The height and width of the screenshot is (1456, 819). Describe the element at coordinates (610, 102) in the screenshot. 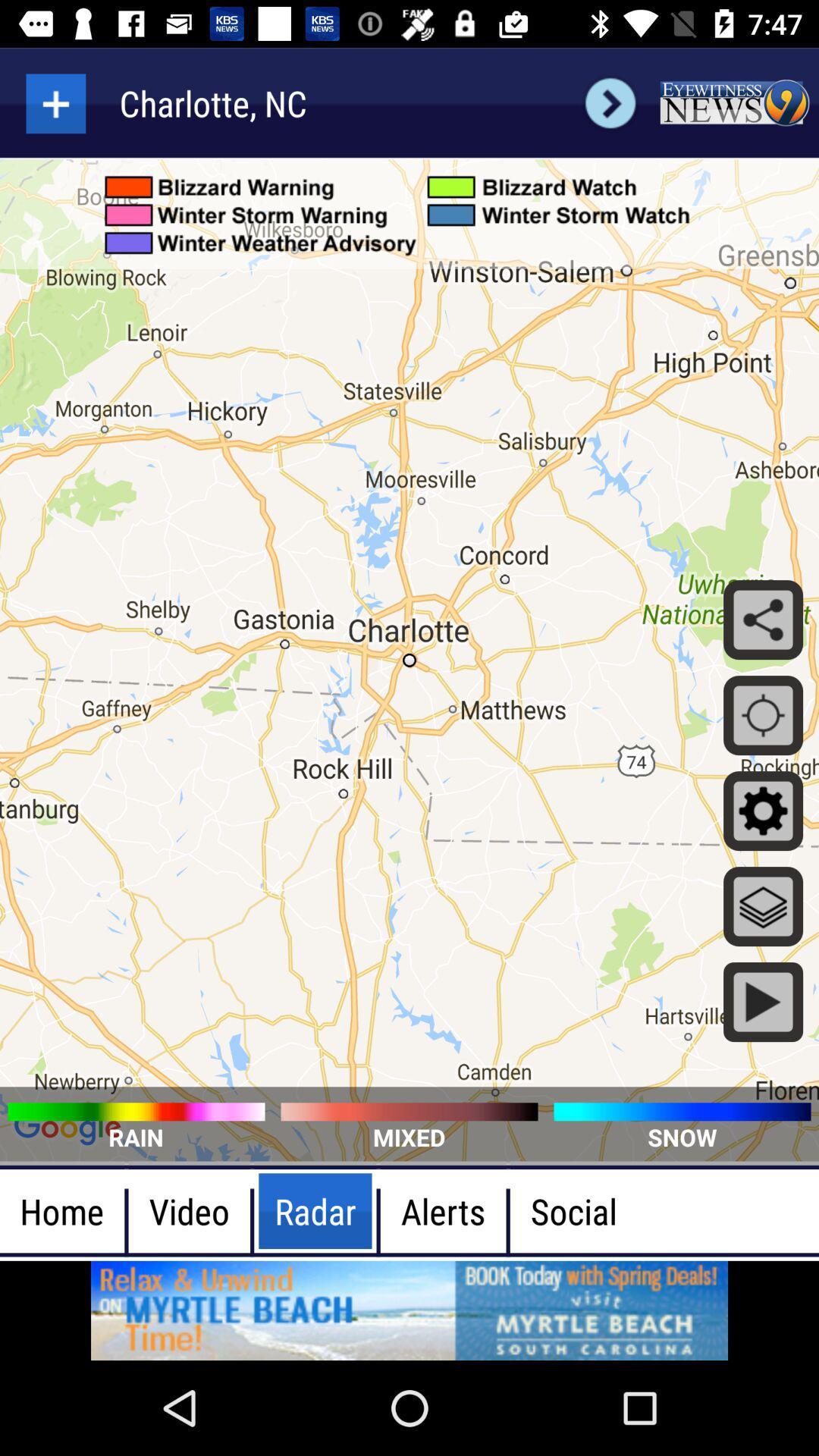

I see `the arrow_forward icon` at that location.